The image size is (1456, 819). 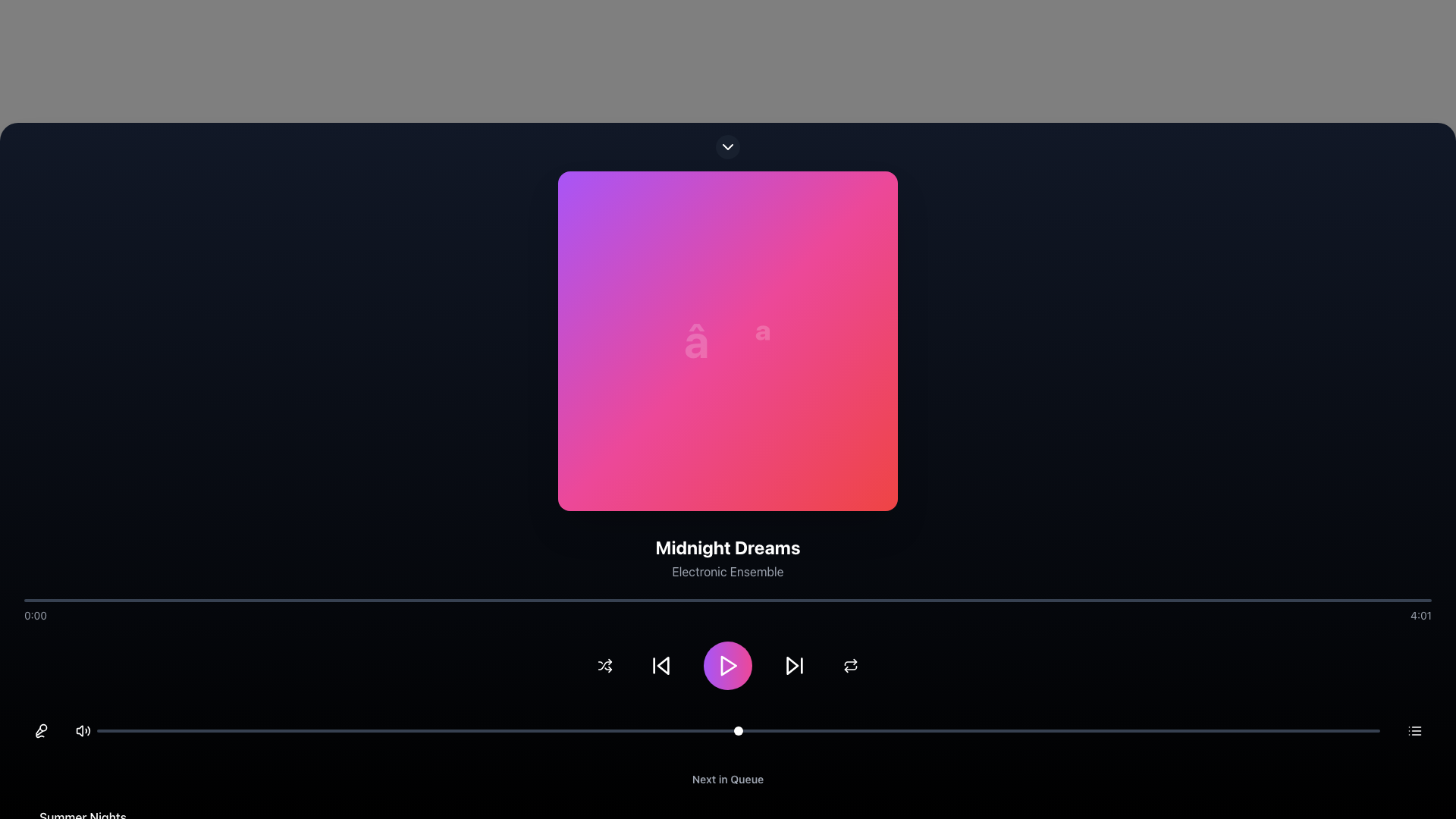 I want to click on the slider value, so click(x=340, y=730).